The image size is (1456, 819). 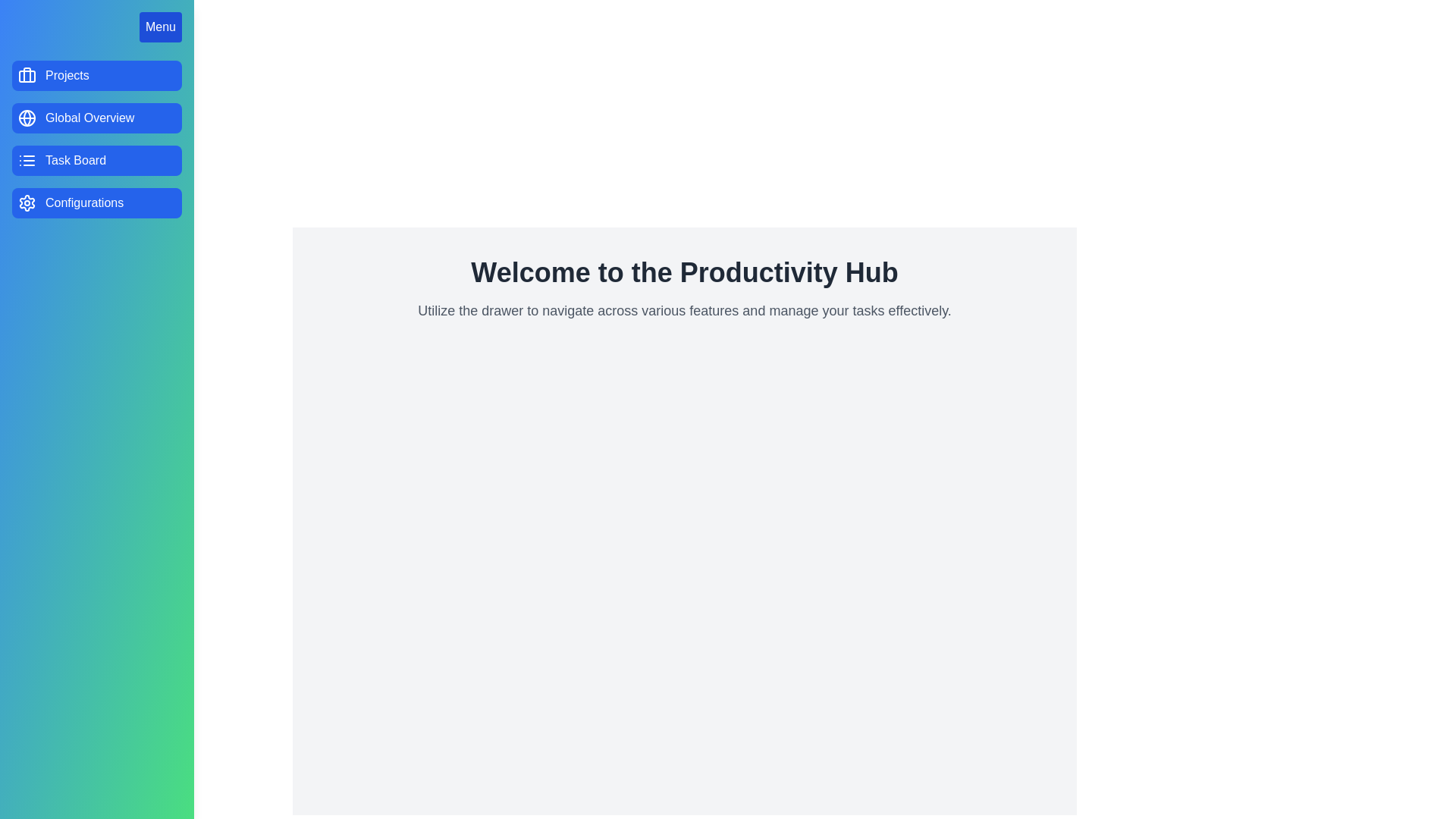 I want to click on the 'Menu' button to toggle the drawer visibility, so click(x=160, y=27).